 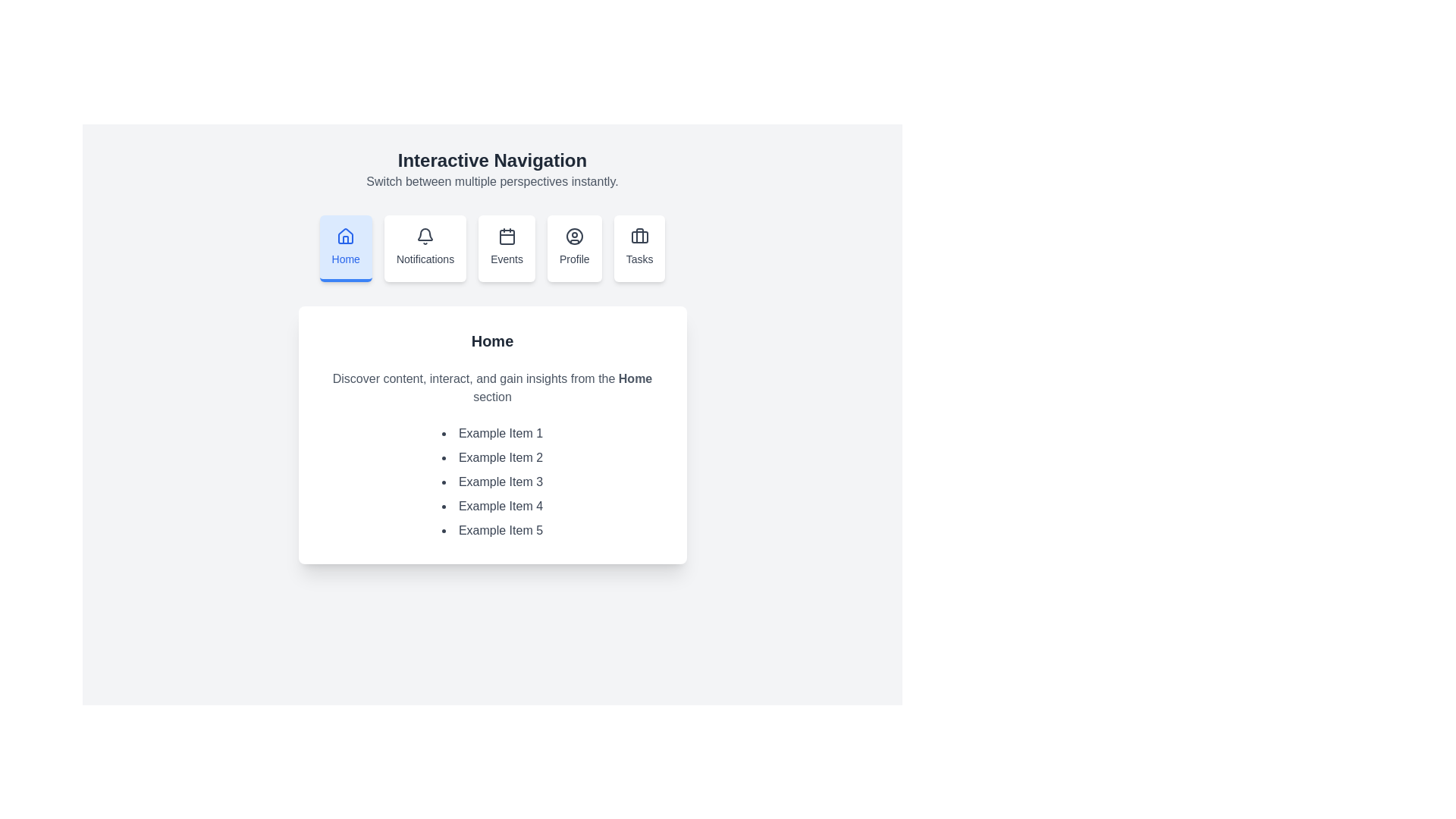 I want to click on the text label displaying 'Events', which is located at the bottom of a card beneath a calendar icon, so click(x=507, y=259).